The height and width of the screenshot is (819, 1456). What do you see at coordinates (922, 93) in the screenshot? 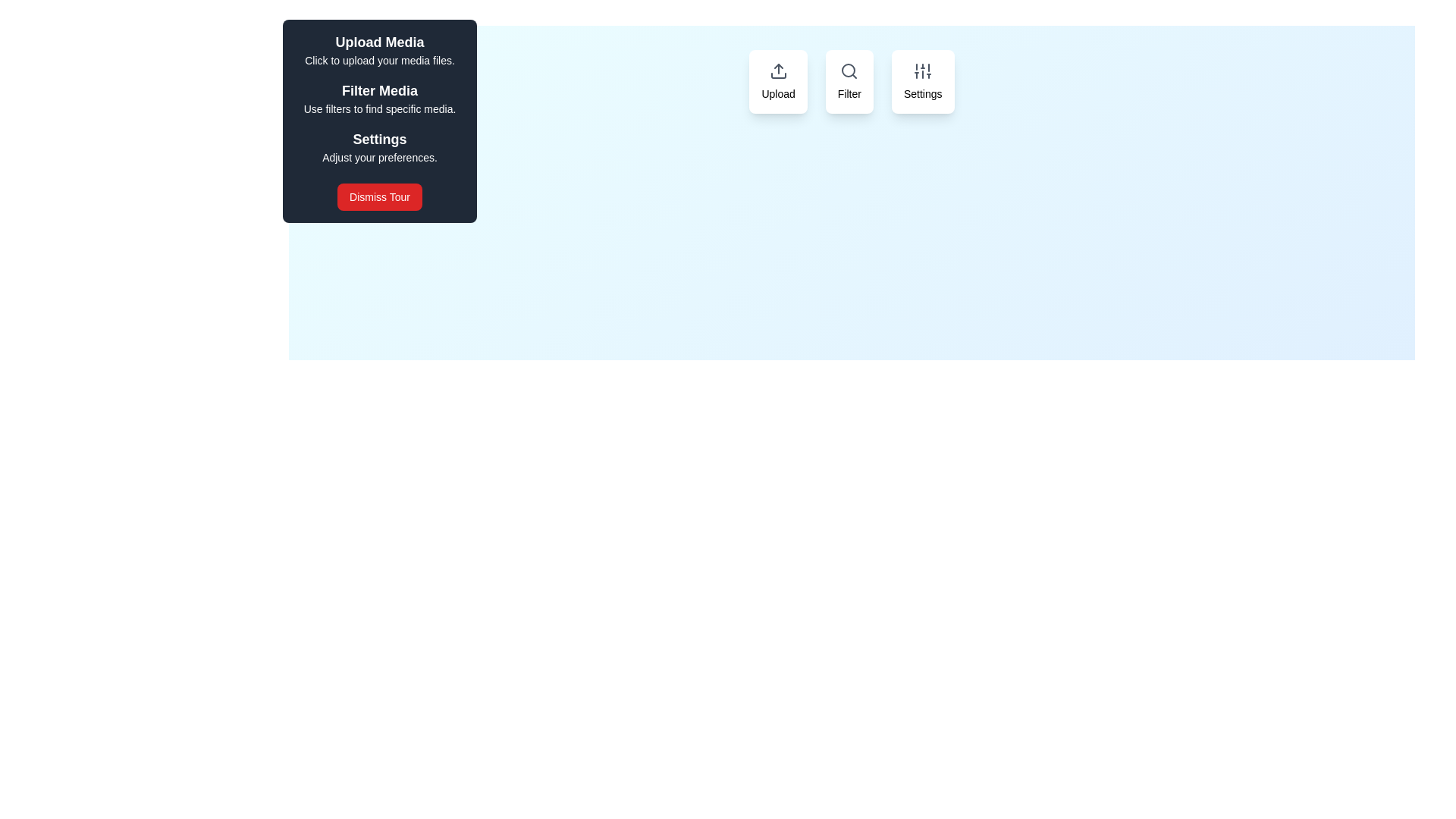
I see `'Settings' label located in the top-right section of the interface, below the sliders icon in the third card` at bounding box center [922, 93].